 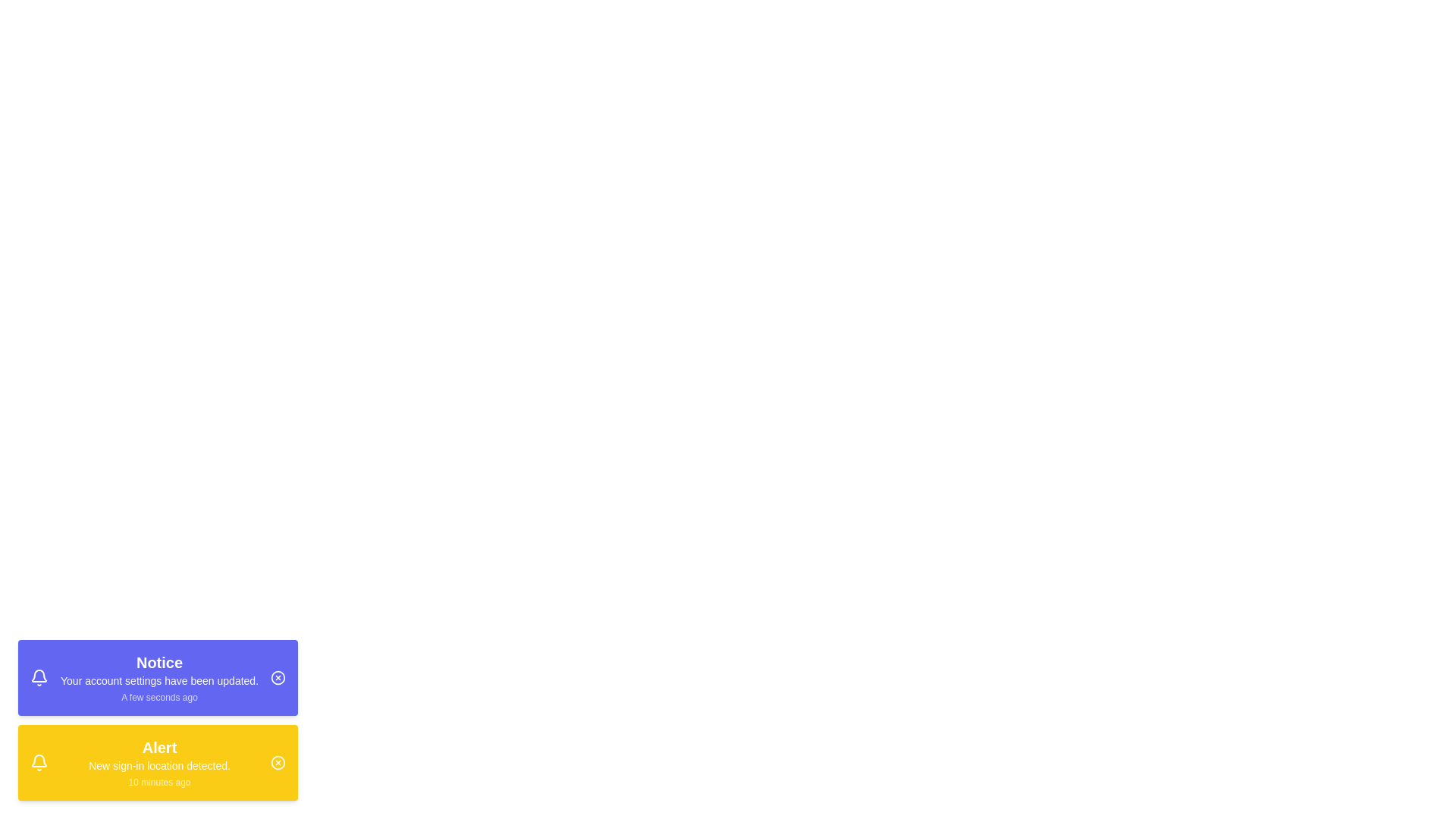 What do you see at coordinates (278, 677) in the screenshot?
I see `close button on the first notification to dismiss it` at bounding box center [278, 677].